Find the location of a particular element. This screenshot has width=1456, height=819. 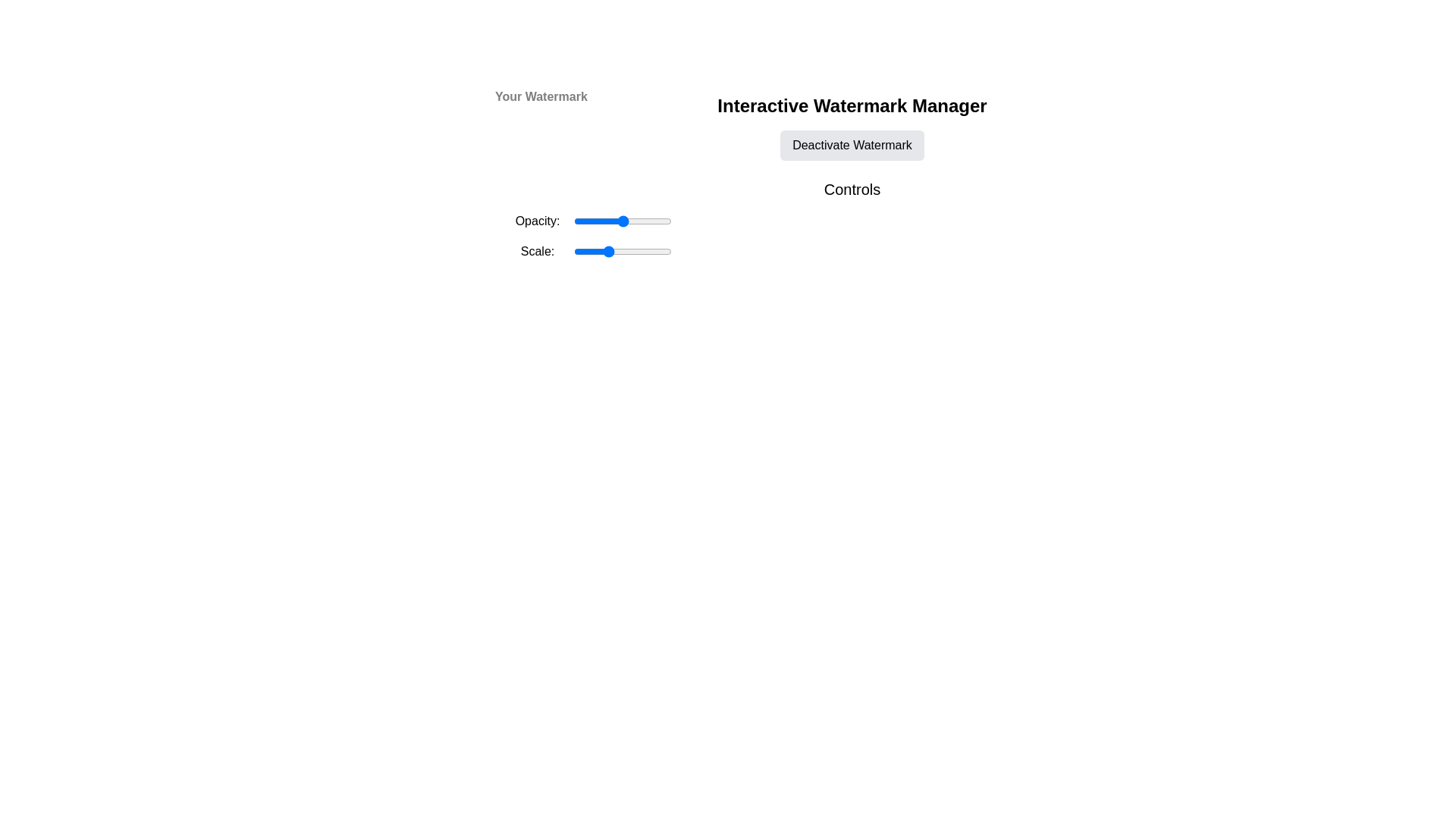

scale is located at coordinates (607, 250).